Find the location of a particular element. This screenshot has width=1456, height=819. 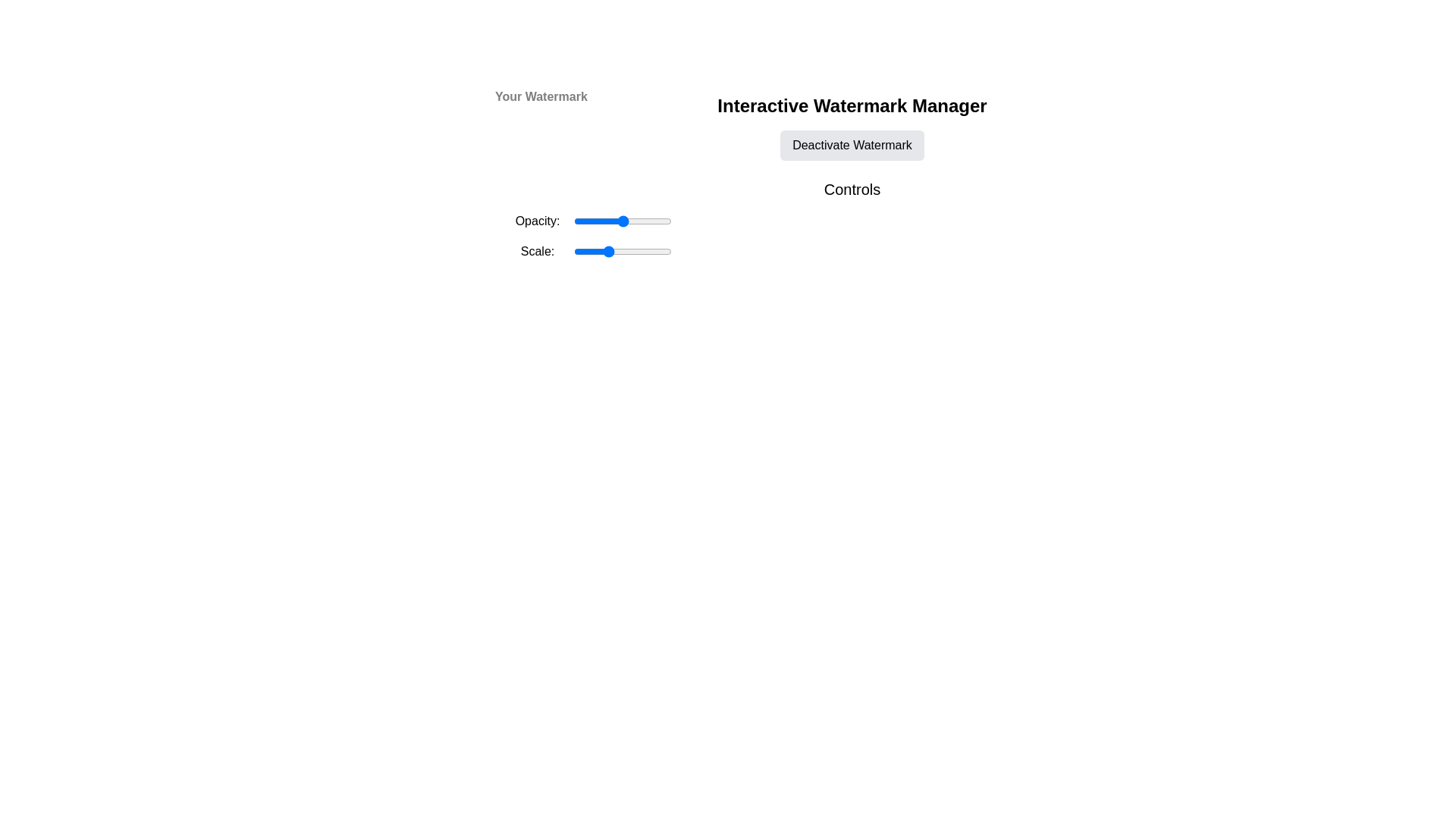

scale is located at coordinates (607, 250).